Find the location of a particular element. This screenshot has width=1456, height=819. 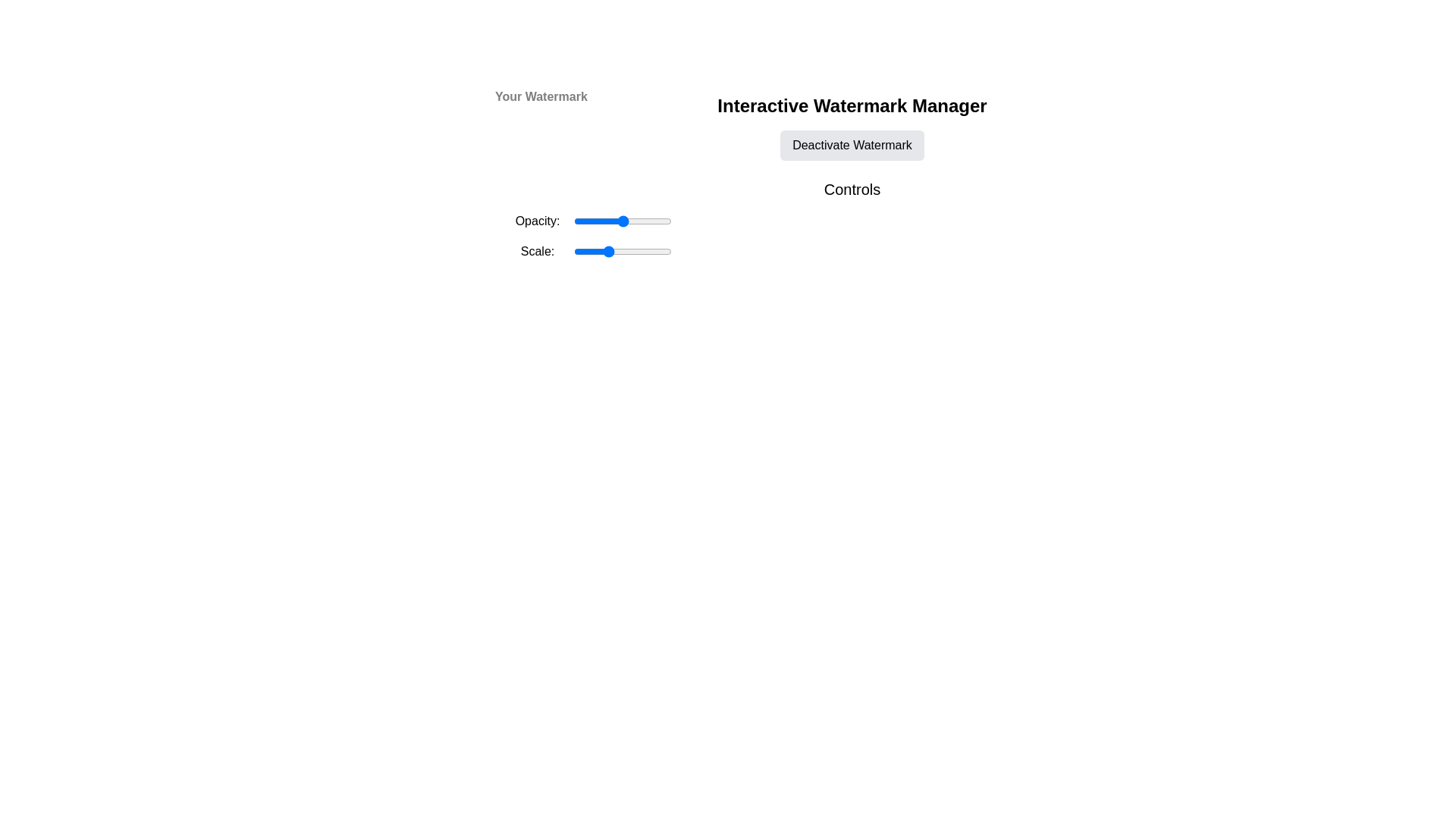

scale is located at coordinates (607, 250).